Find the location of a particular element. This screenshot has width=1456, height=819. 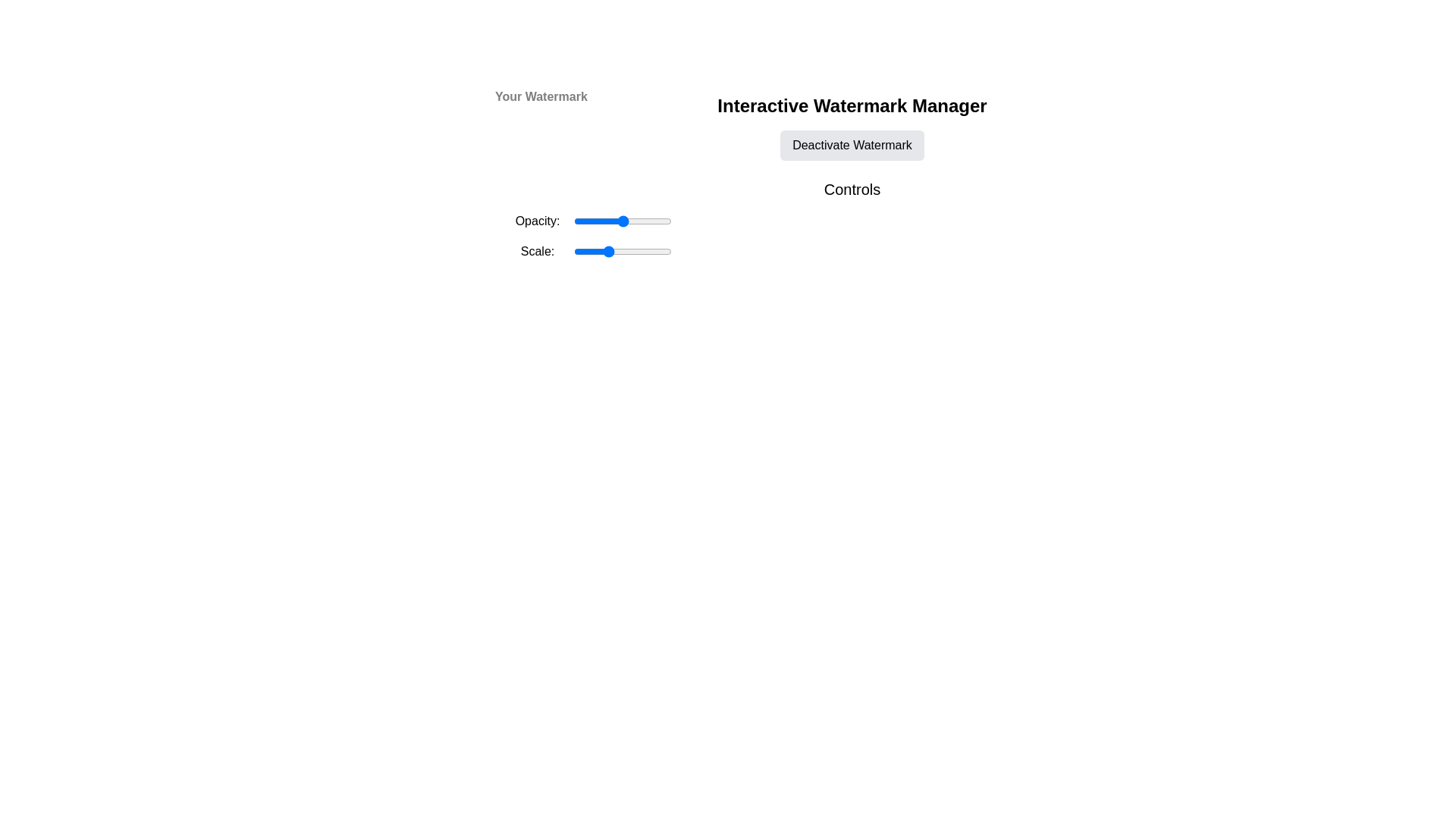

scale is located at coordinates (607, 250).